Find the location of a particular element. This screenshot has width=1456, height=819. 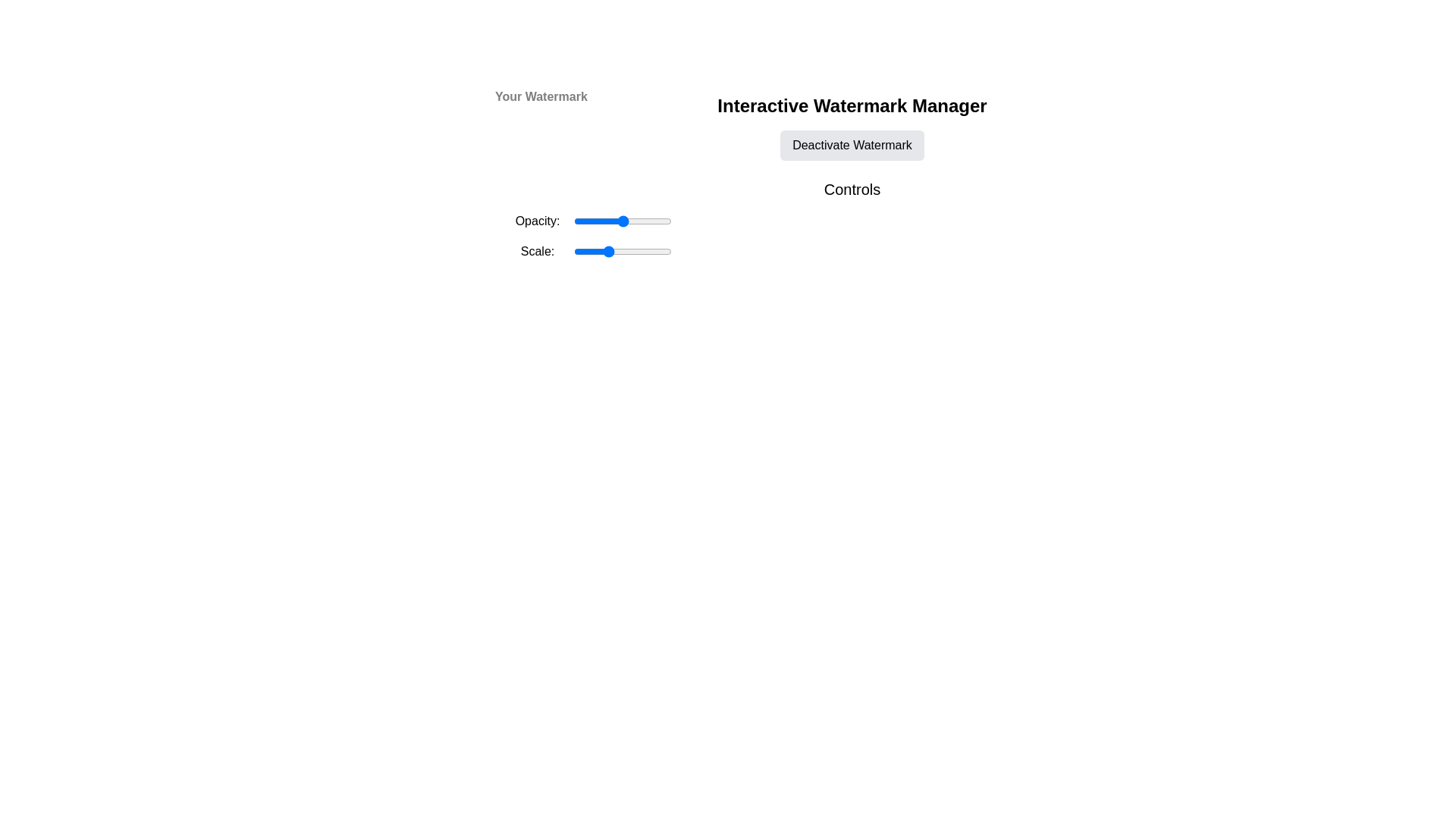

scale is located at coordinates (607, 250).